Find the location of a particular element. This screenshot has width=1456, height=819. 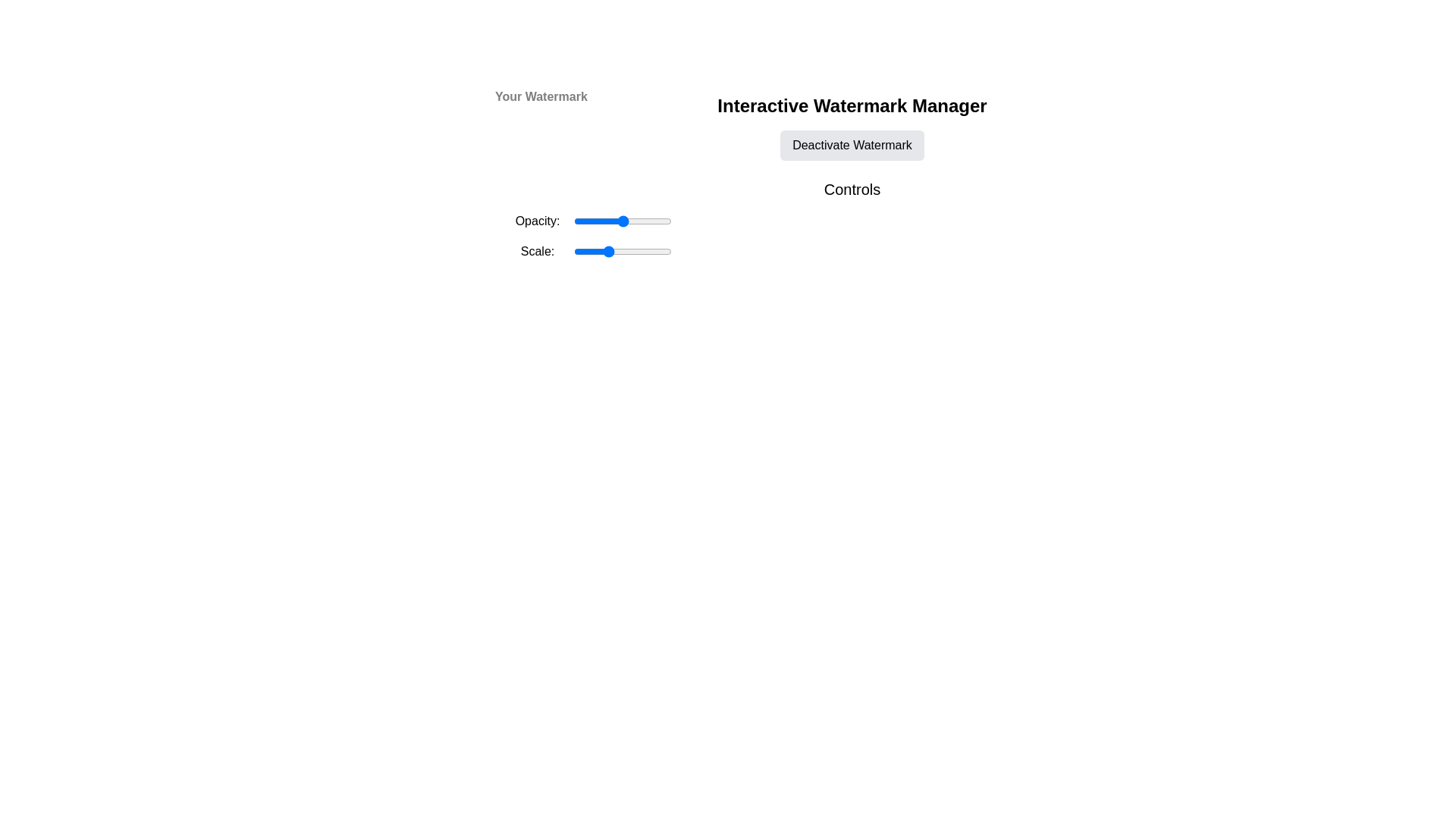

scale is located at coordinates (607, 250).